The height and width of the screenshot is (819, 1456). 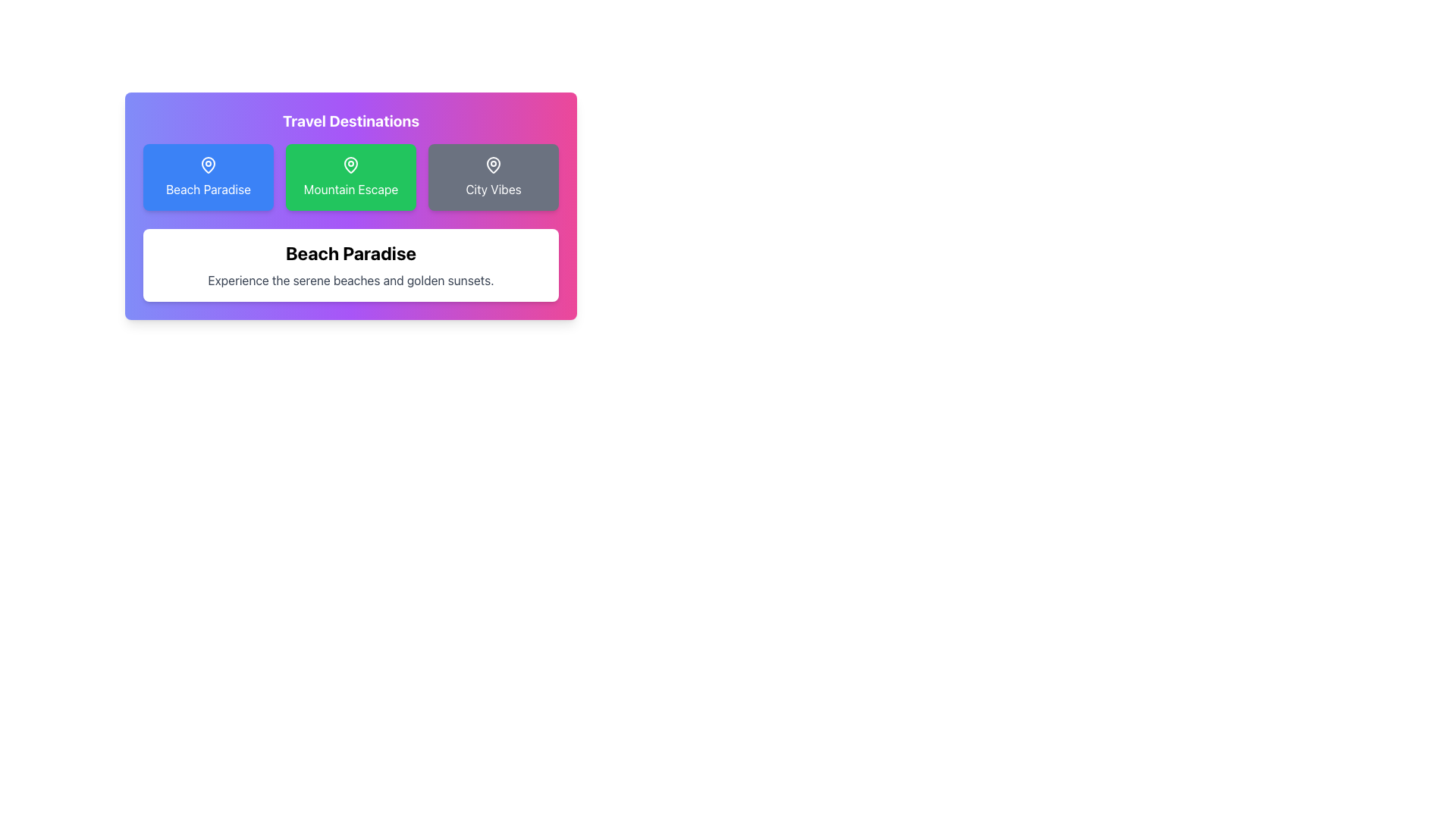 I want to click on the second button labeled 'Mountain Escape' for accessibility navigation, so click(x=350, y=206).